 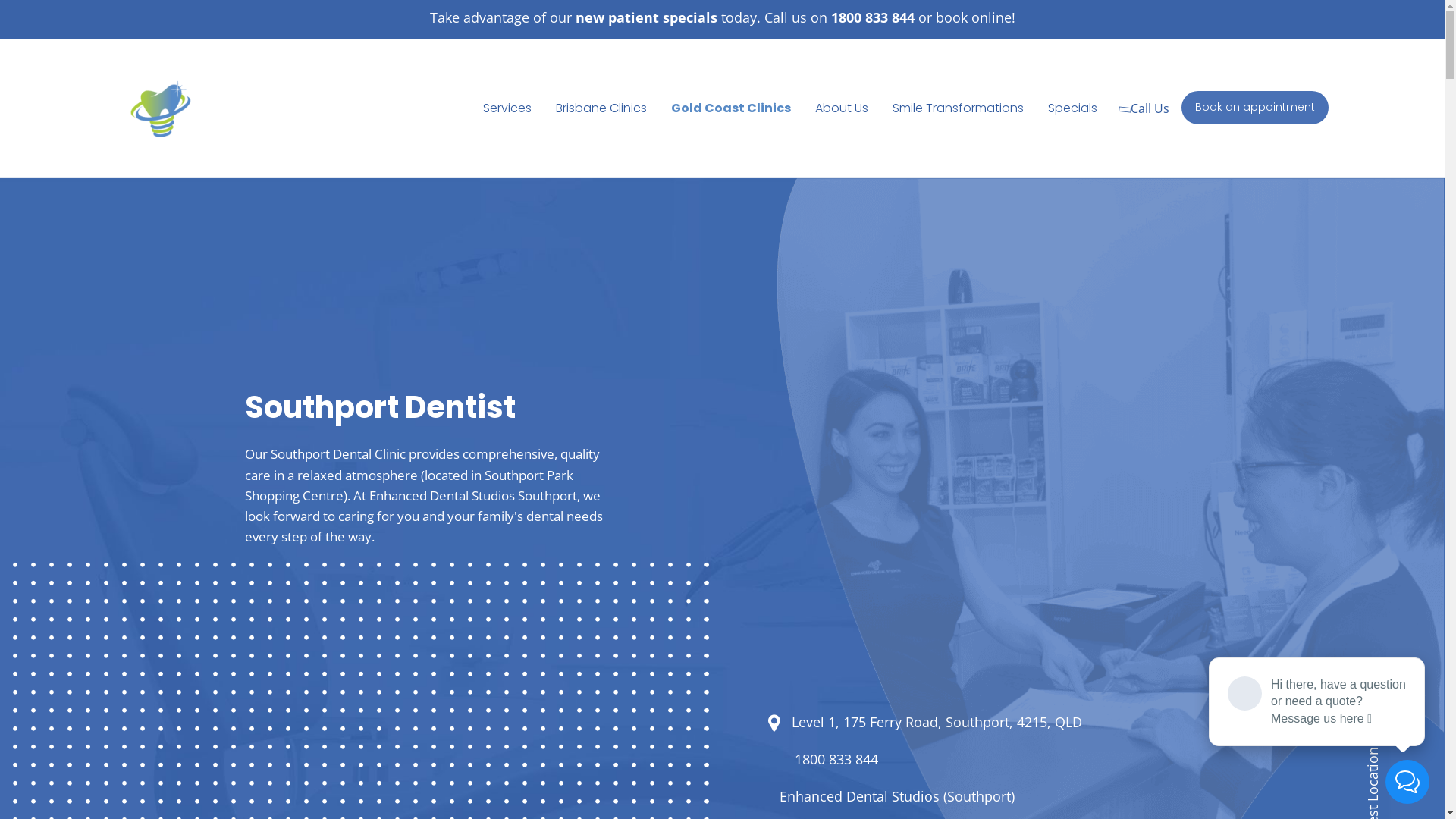 I want to click on 'Gold Coast Clinics', so click(x=731, y=107).